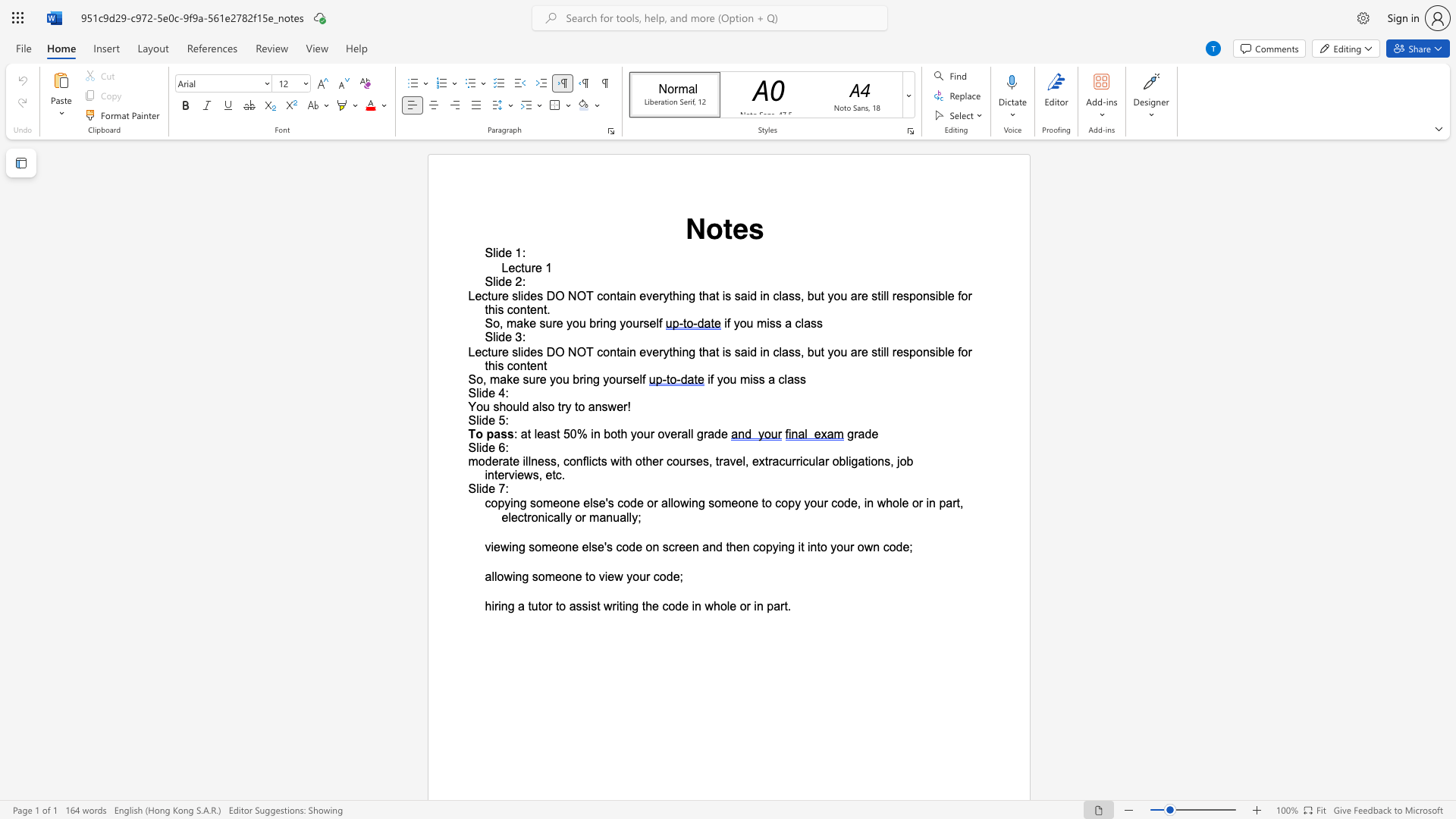 This screenshot has height=819, width=1456. Describe the element at coordinates (542, 547) in the screenshot. I see `the space between the continuous character "o" and "m" in the text` at that location.